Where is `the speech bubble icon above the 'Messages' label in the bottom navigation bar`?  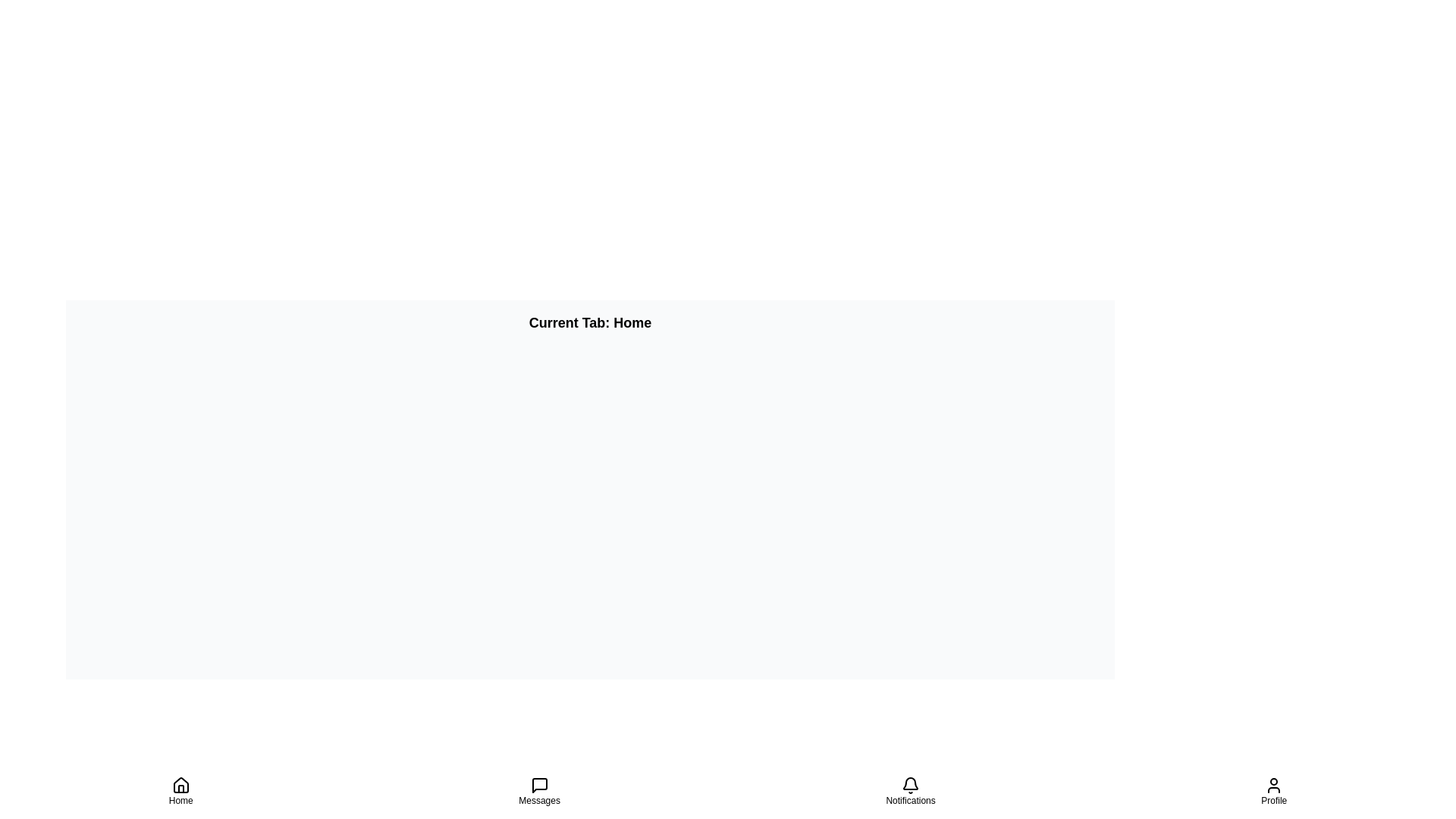
the speech bubble icon above the 'Messages' label in the bottom navigation bar is located at coordinates (539, 785).